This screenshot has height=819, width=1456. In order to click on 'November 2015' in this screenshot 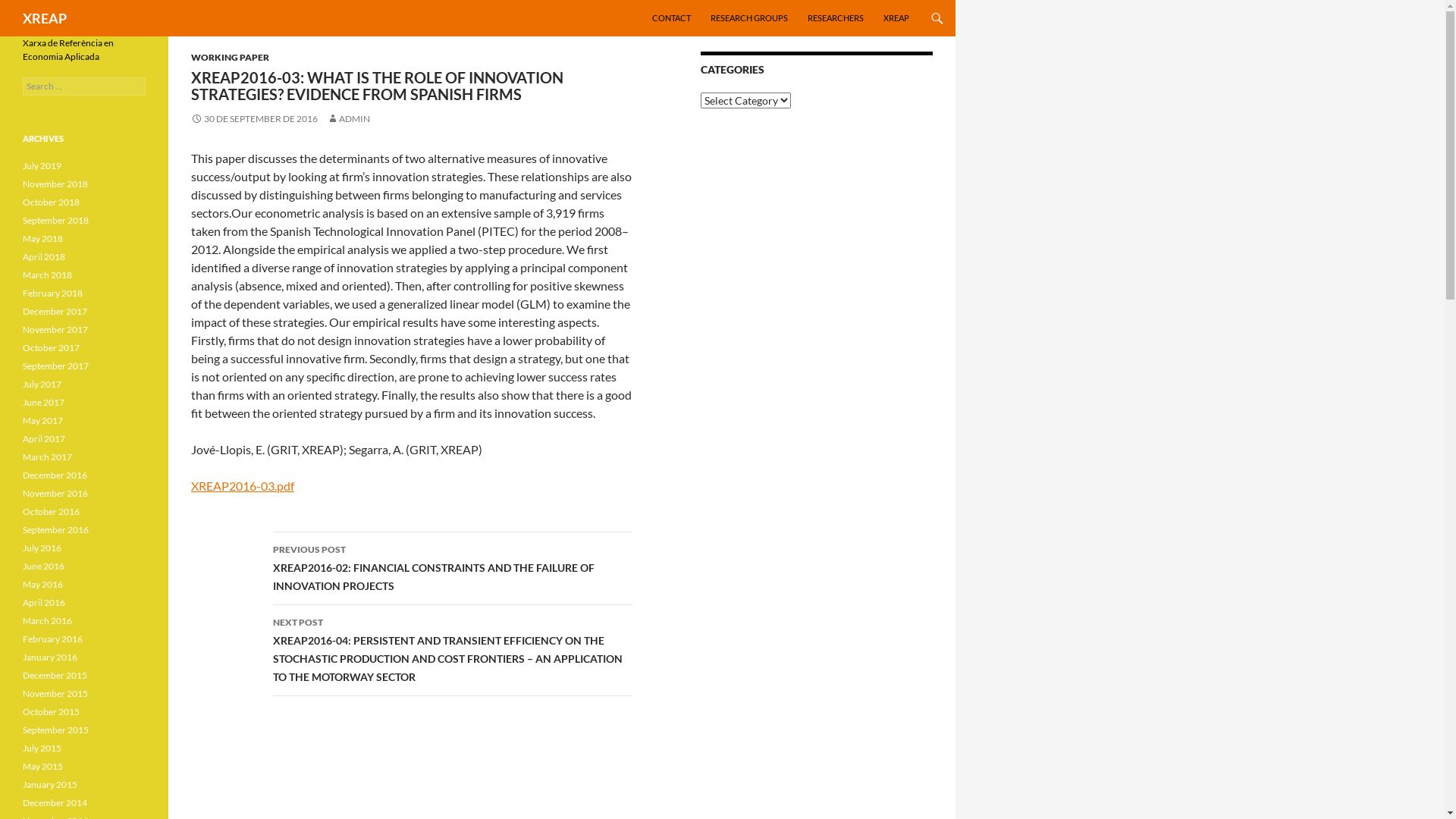, I will do `click(55, 693)`.